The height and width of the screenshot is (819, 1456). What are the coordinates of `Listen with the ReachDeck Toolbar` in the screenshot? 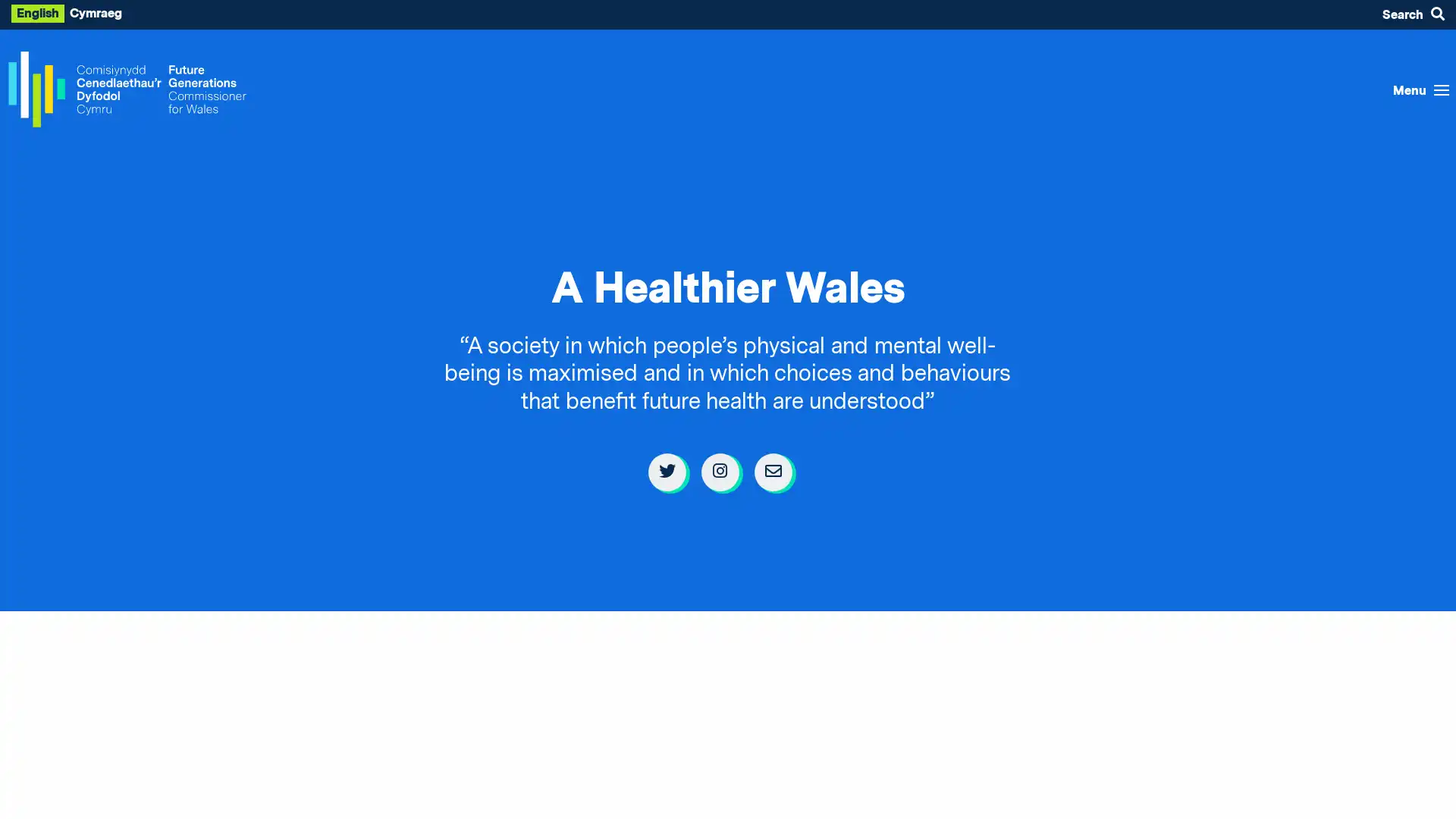 It's located at (1415, 781).